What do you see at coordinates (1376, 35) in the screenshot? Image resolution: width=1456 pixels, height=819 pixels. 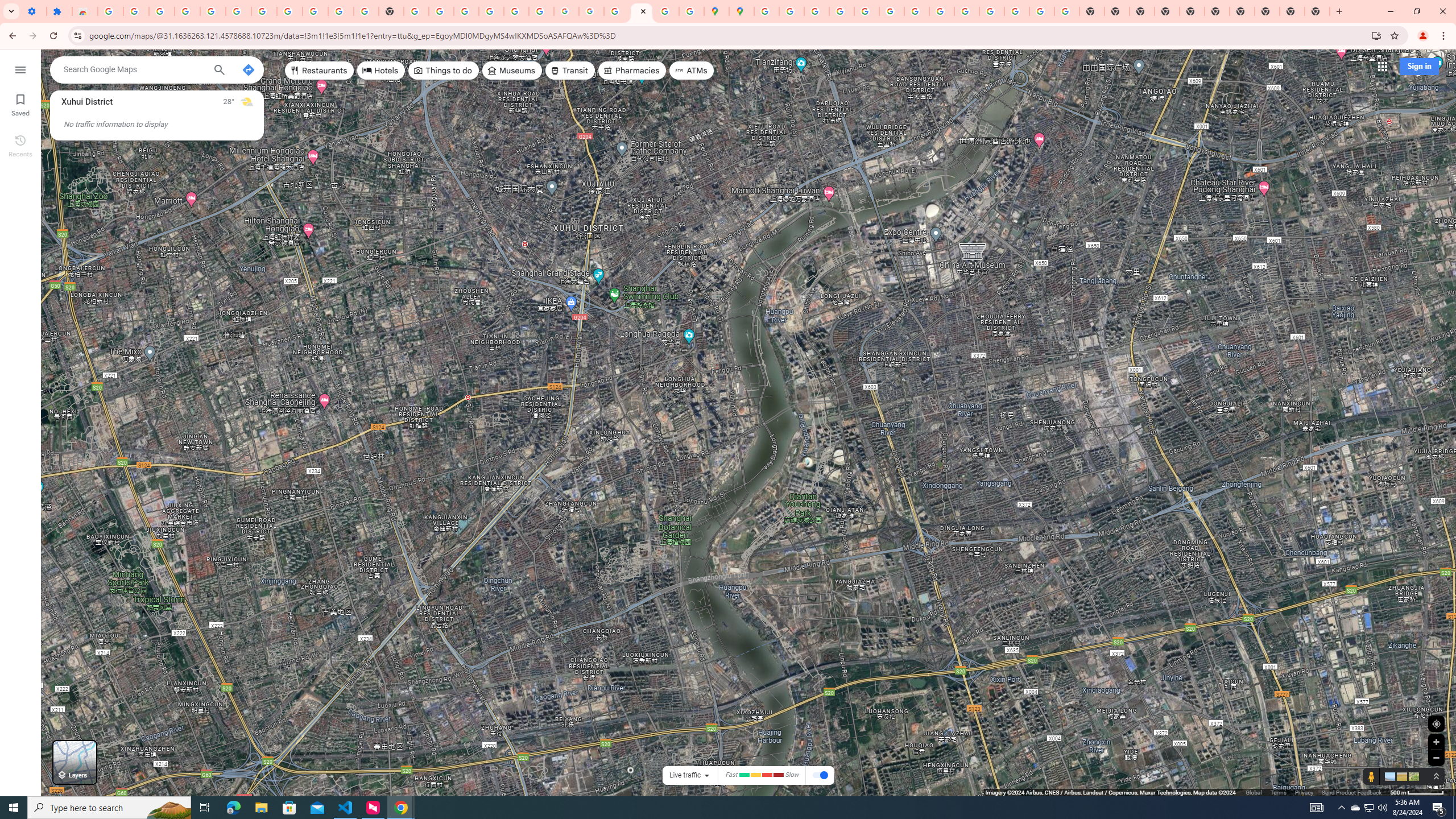 I see `'Install Google Maps'` at bounding box center [1376, 35].